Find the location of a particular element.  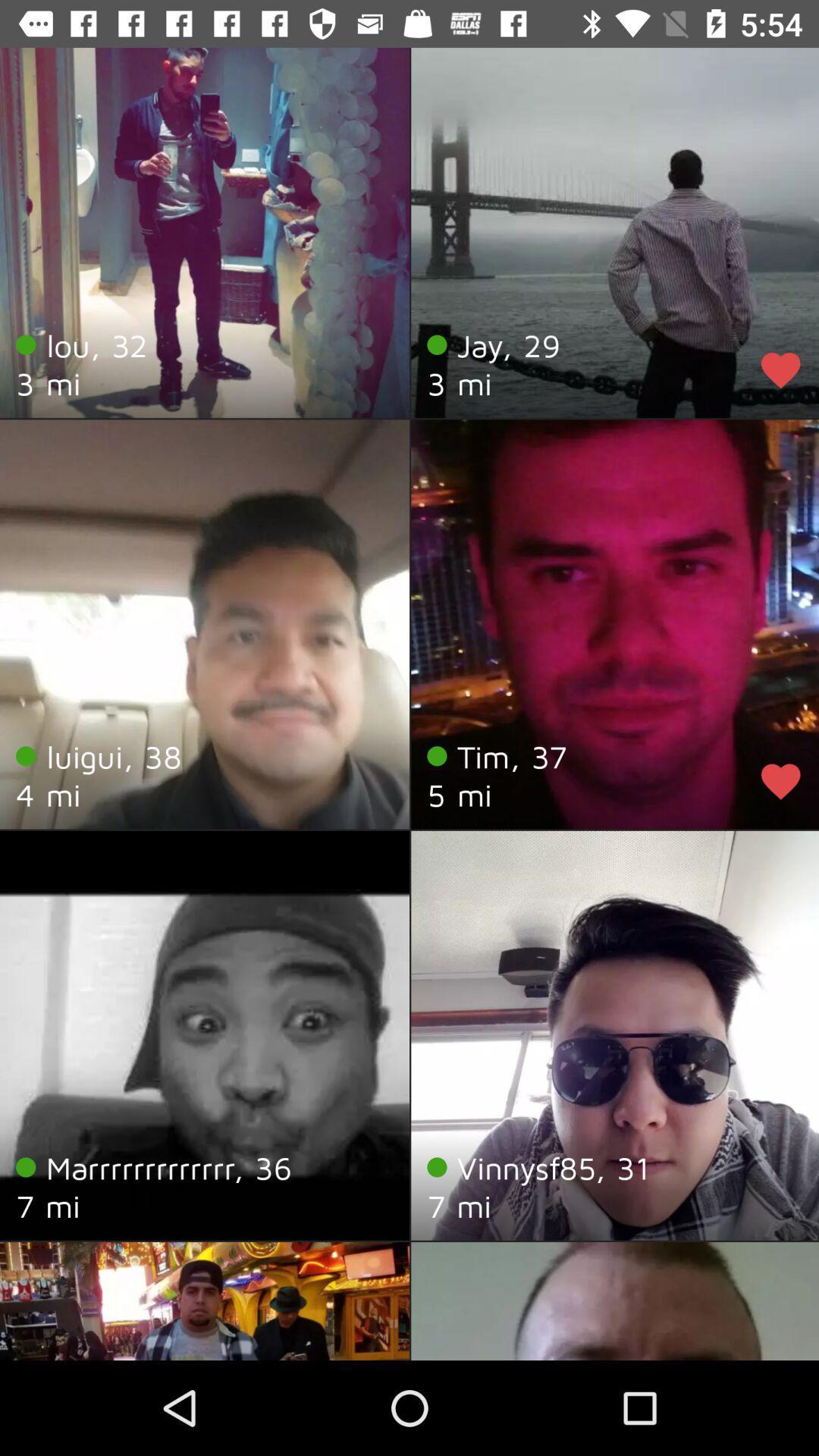

the profile image of tim 37 is located at coordinates (614, 625).